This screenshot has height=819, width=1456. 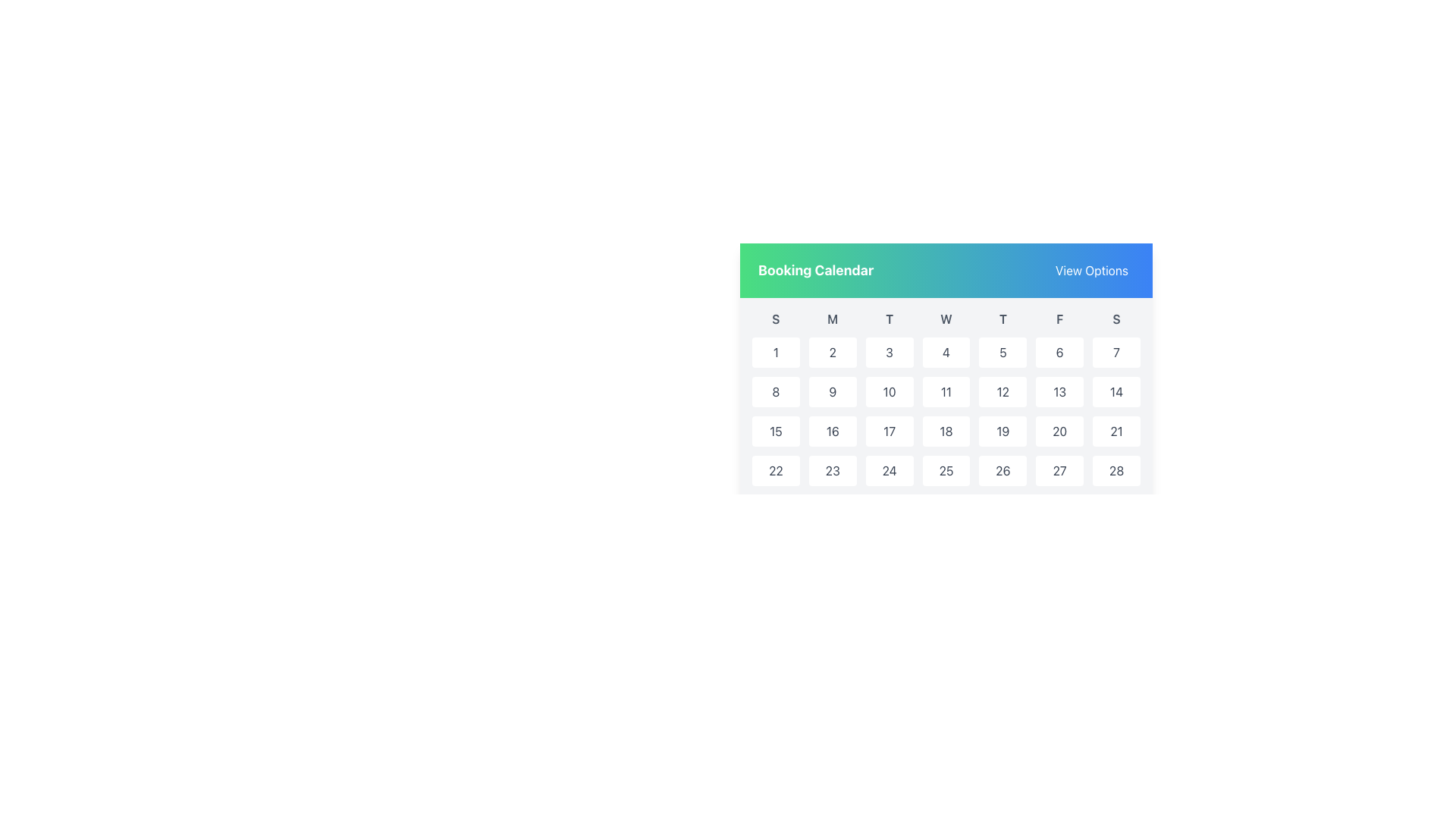 I want to click on the calendar day cell representing the 15th day of the month, so click(x=776, y=431).